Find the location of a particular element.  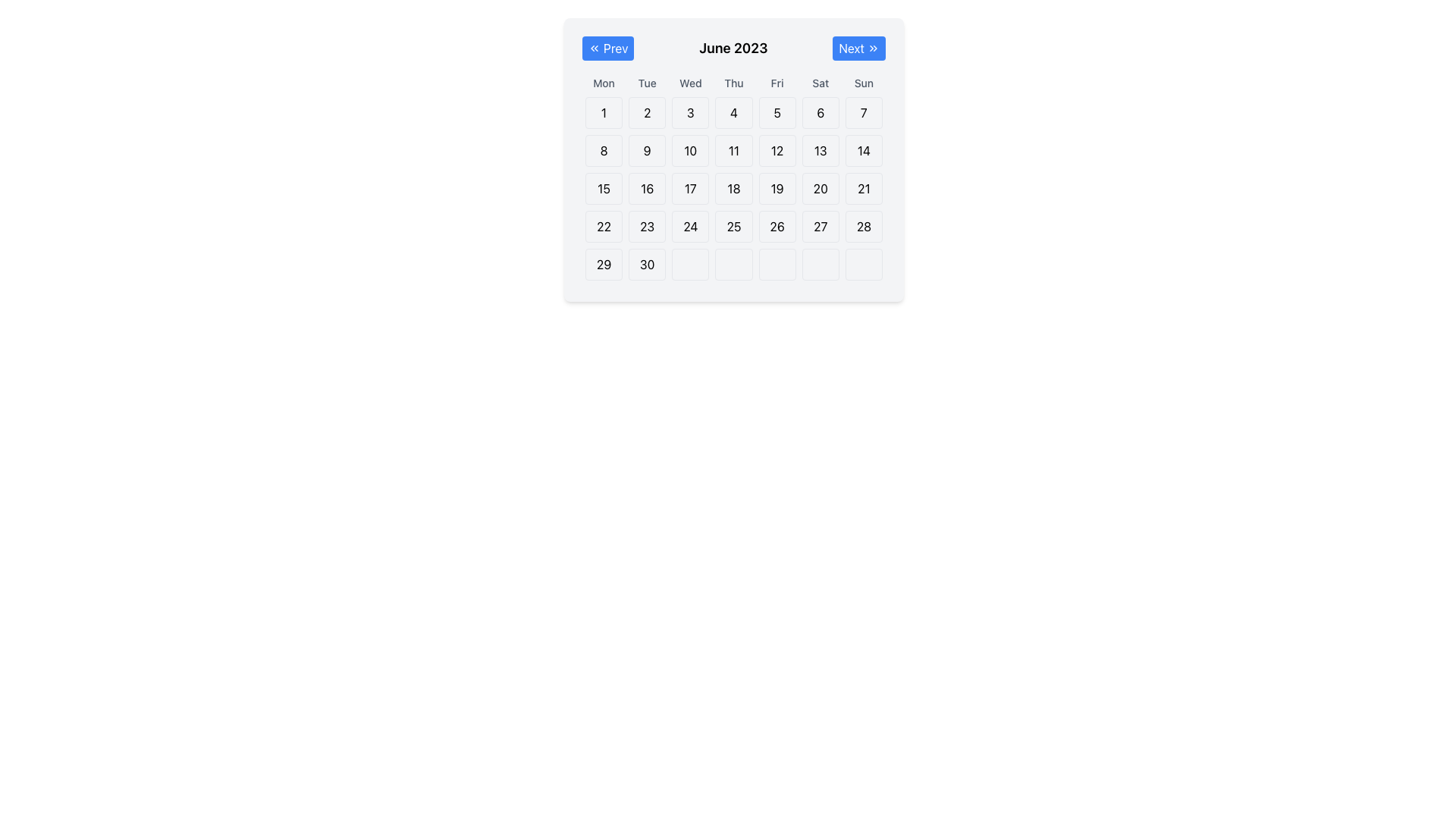

the button representing the 20th day of the month is located at coordinates (820, 188).